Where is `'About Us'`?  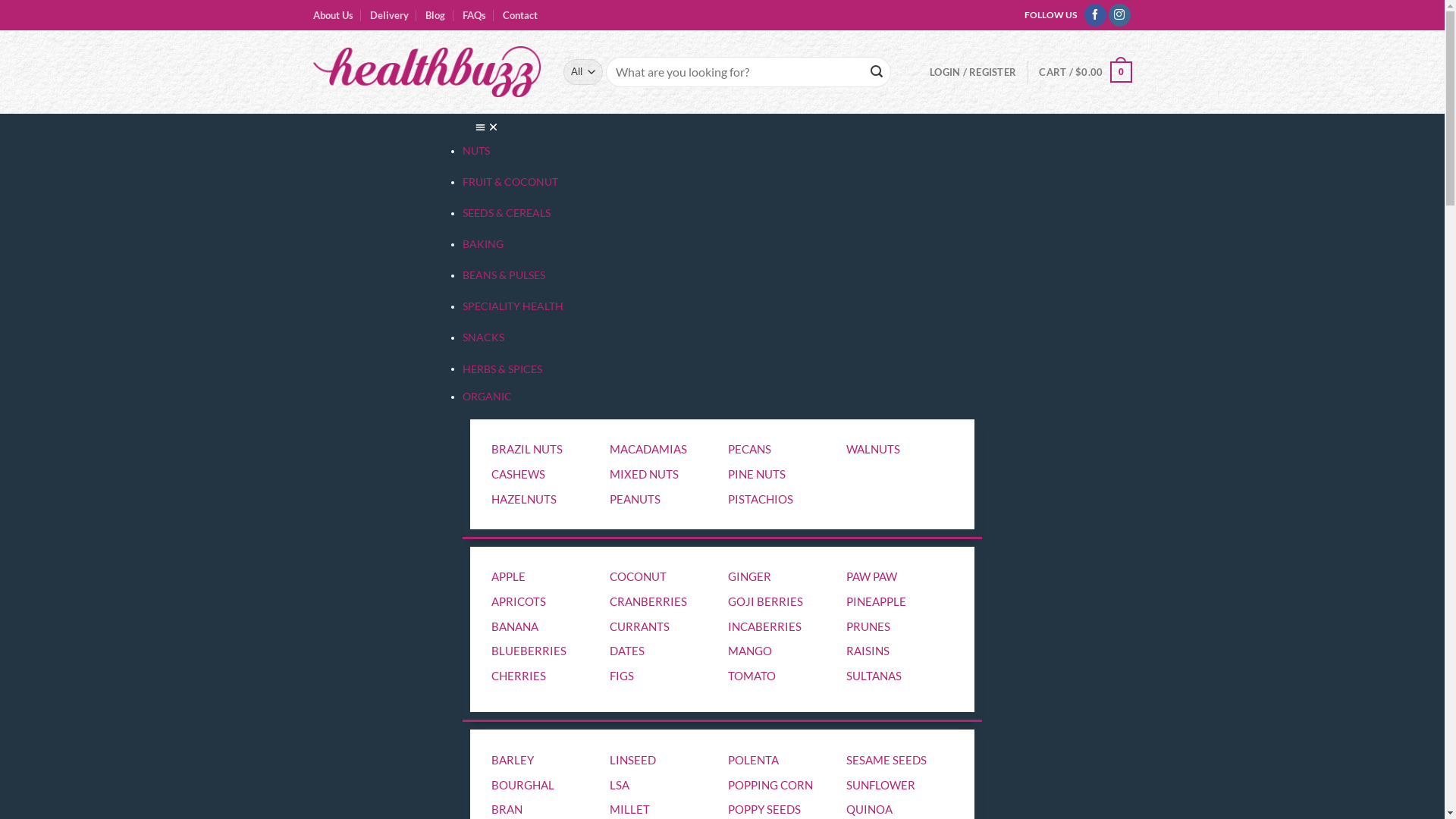
'About Us' is located at coordinates (331, 14).